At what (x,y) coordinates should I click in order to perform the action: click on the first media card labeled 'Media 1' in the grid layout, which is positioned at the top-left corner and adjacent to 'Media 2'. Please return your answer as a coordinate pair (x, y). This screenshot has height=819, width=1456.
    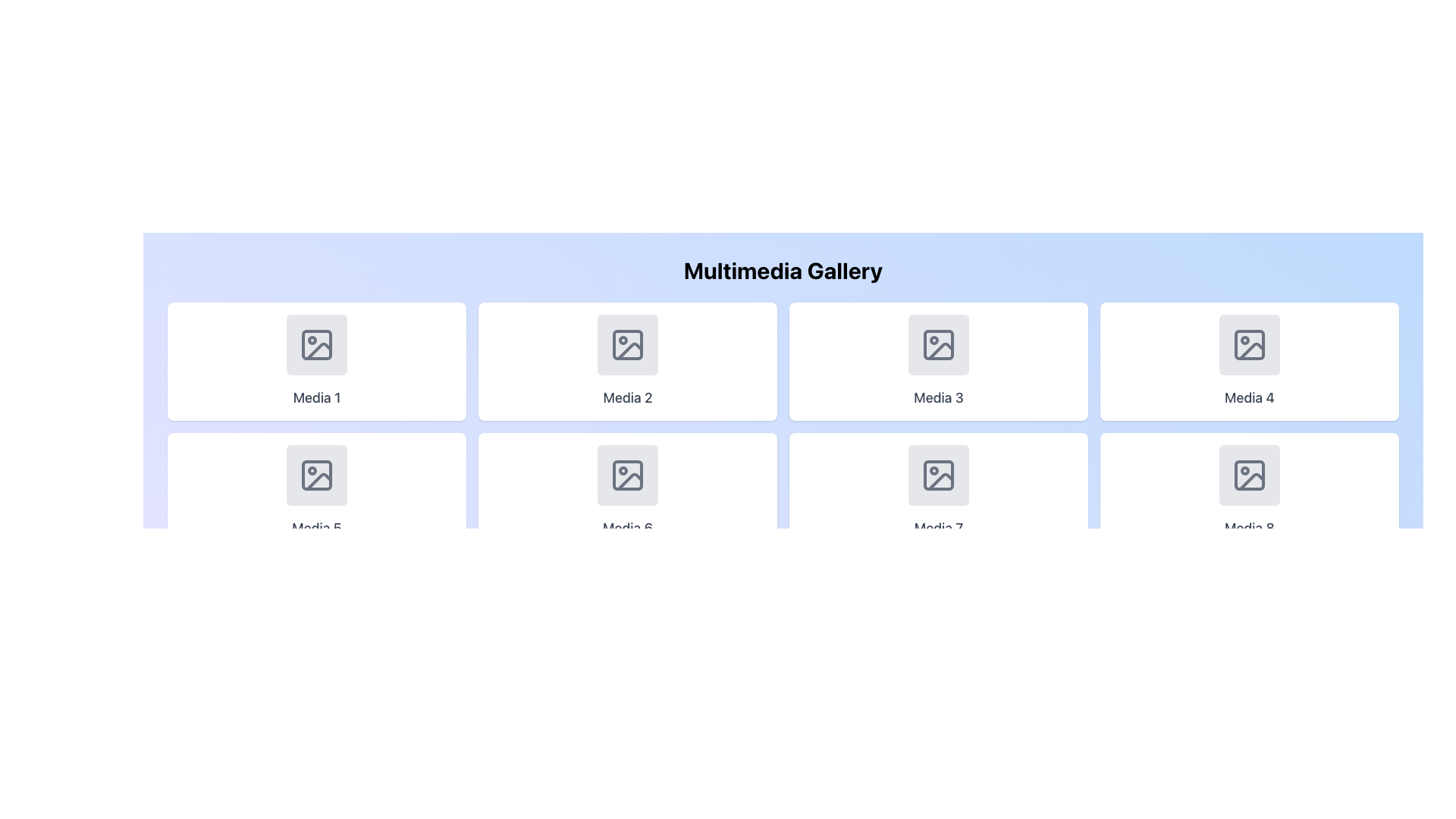
    Looking at the image, I should click on (315, 362).